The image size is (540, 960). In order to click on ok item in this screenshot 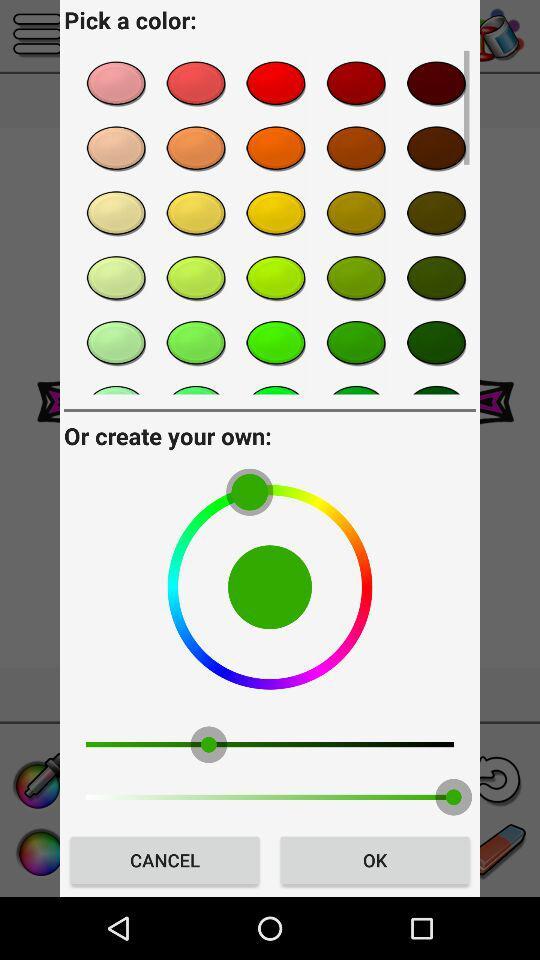, I will do `click(374, 859)`.